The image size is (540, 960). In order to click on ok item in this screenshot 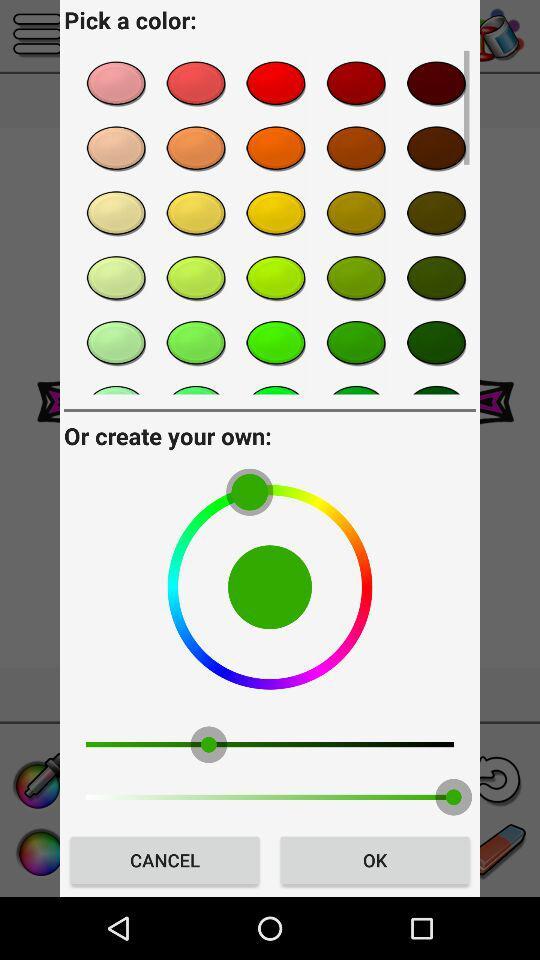, I will do `click(374, 859)`.